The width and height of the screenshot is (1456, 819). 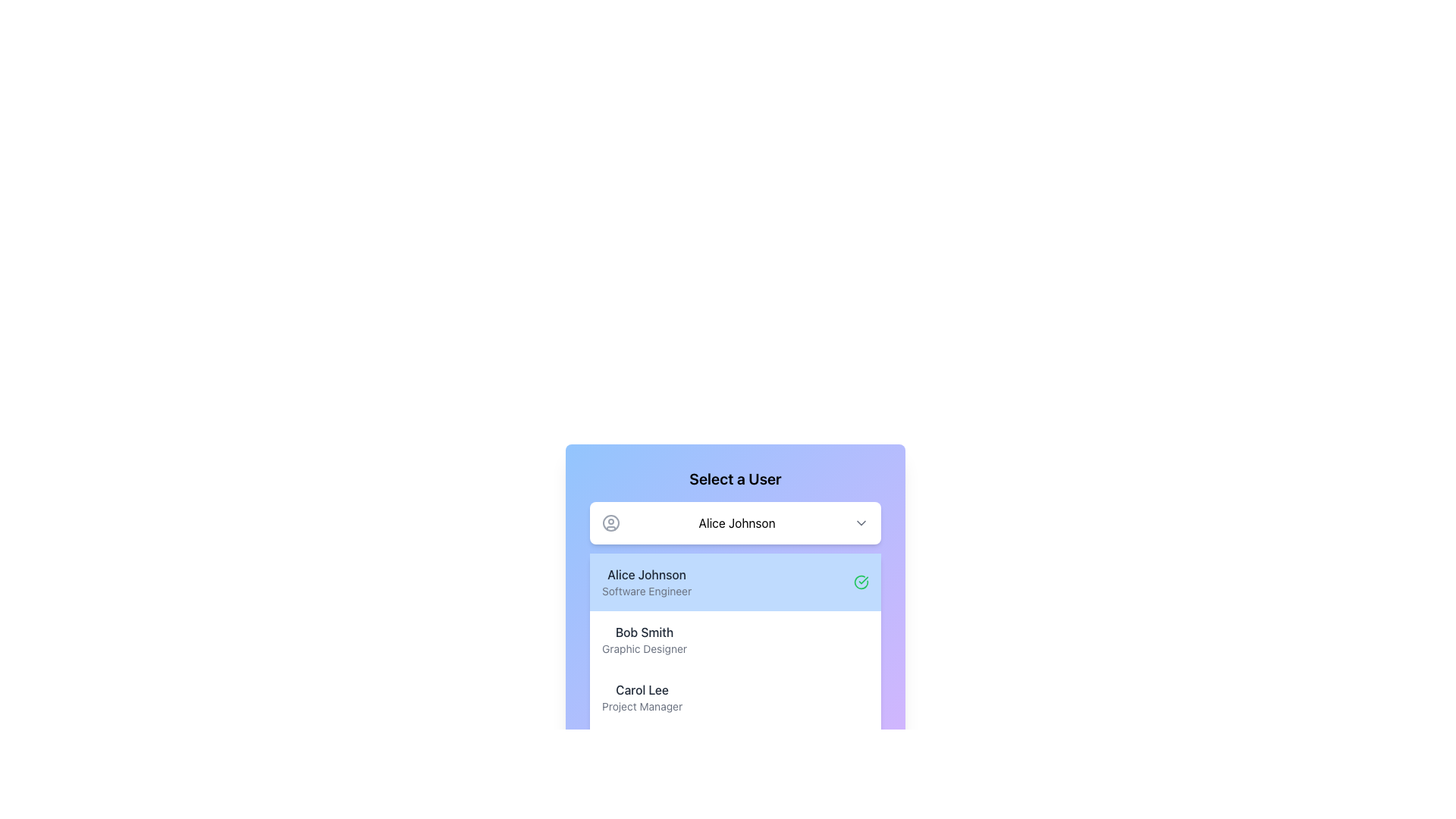 I want to click on the dropdown trigger for selecting or displaying the active user, located below the 'Select a User' header, so click(x=735, y=522).